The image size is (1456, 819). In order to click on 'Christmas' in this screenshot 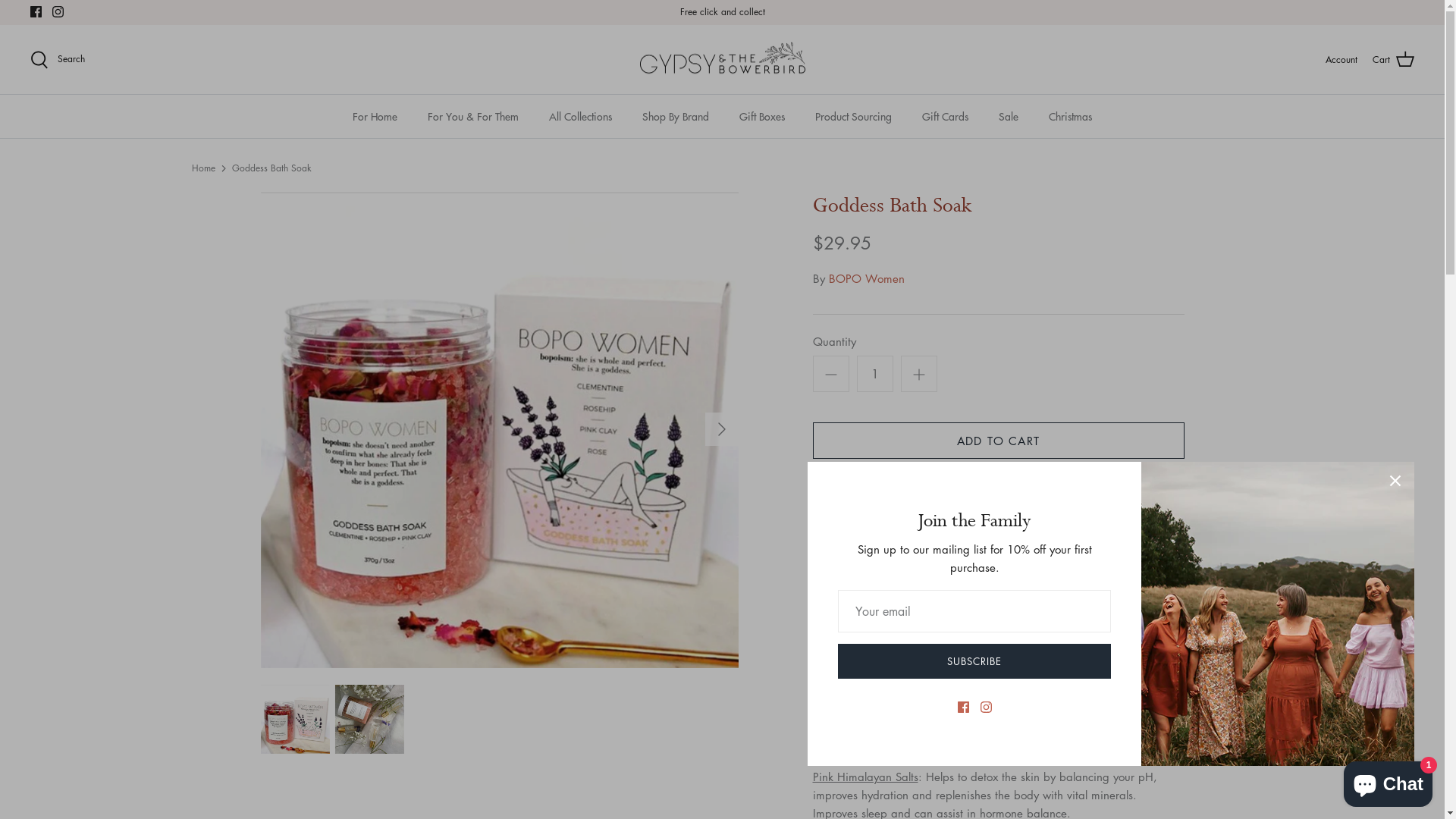, I will do `click(1069, 115)`.